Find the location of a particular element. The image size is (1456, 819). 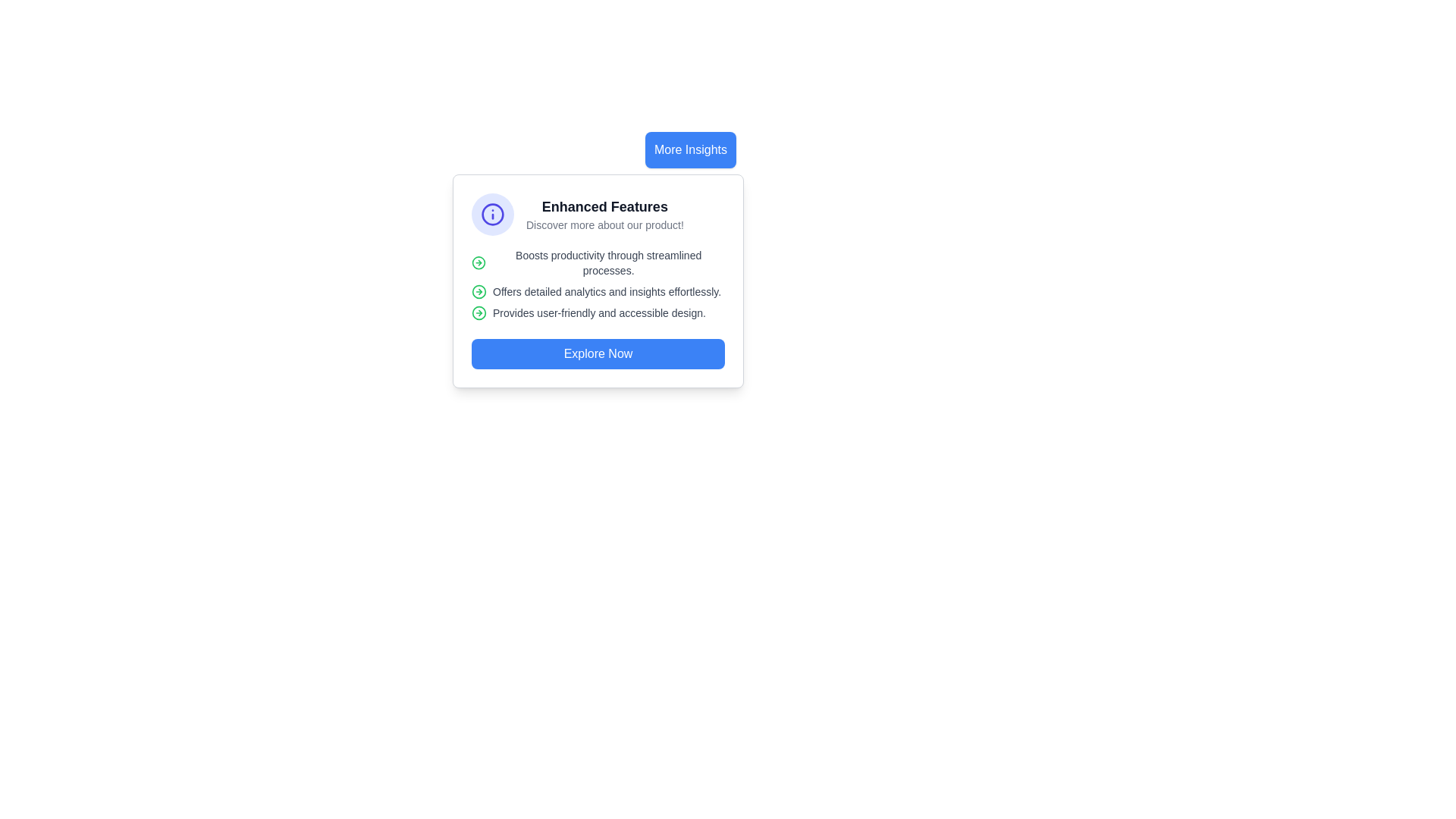

the circular outline of the information icon located at the top-left corner of the 'Enhanced Features' card widget is located at coordinates (492, 214).